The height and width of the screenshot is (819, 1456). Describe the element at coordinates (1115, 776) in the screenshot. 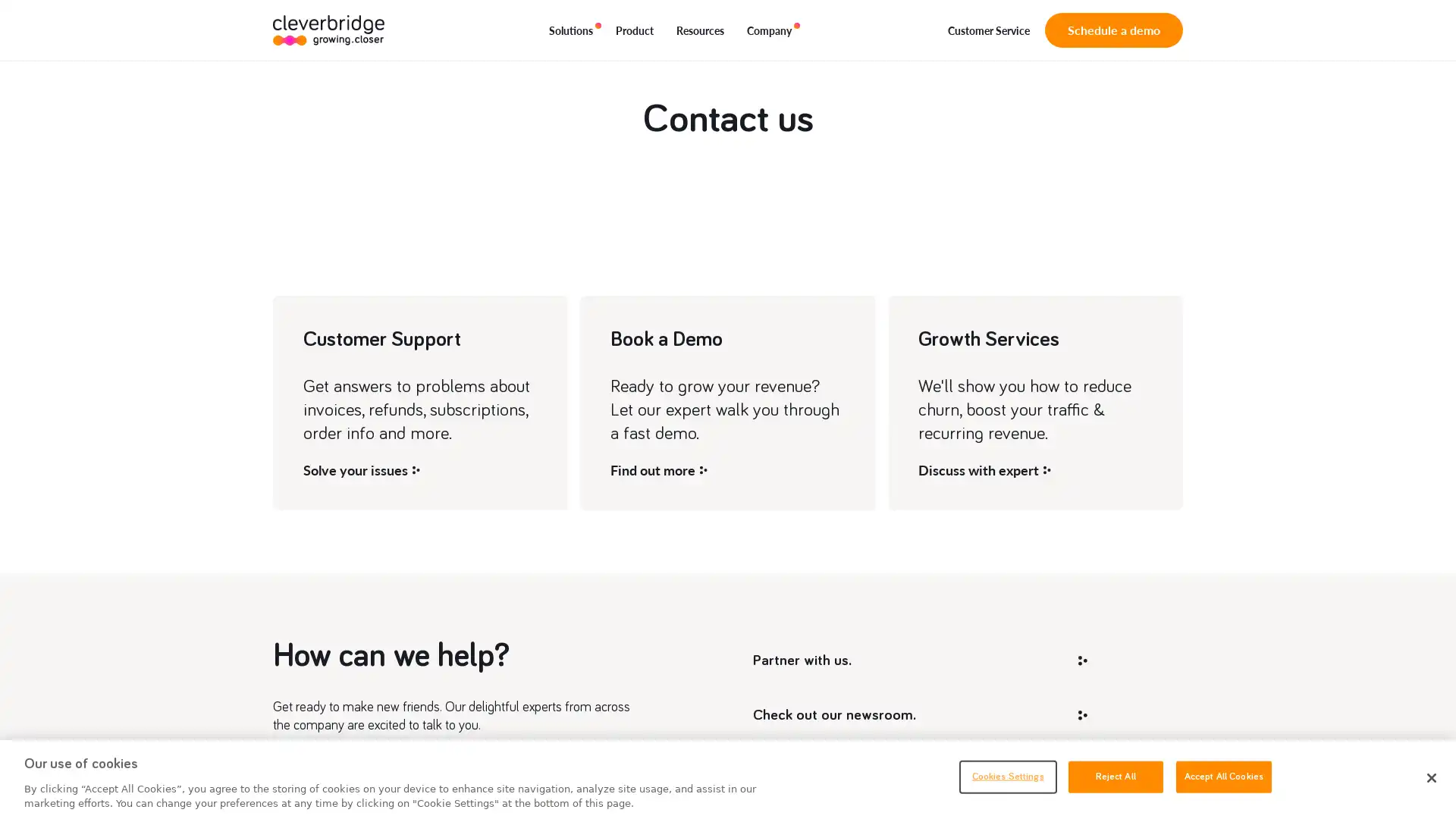

I see `Reject All` at that location.